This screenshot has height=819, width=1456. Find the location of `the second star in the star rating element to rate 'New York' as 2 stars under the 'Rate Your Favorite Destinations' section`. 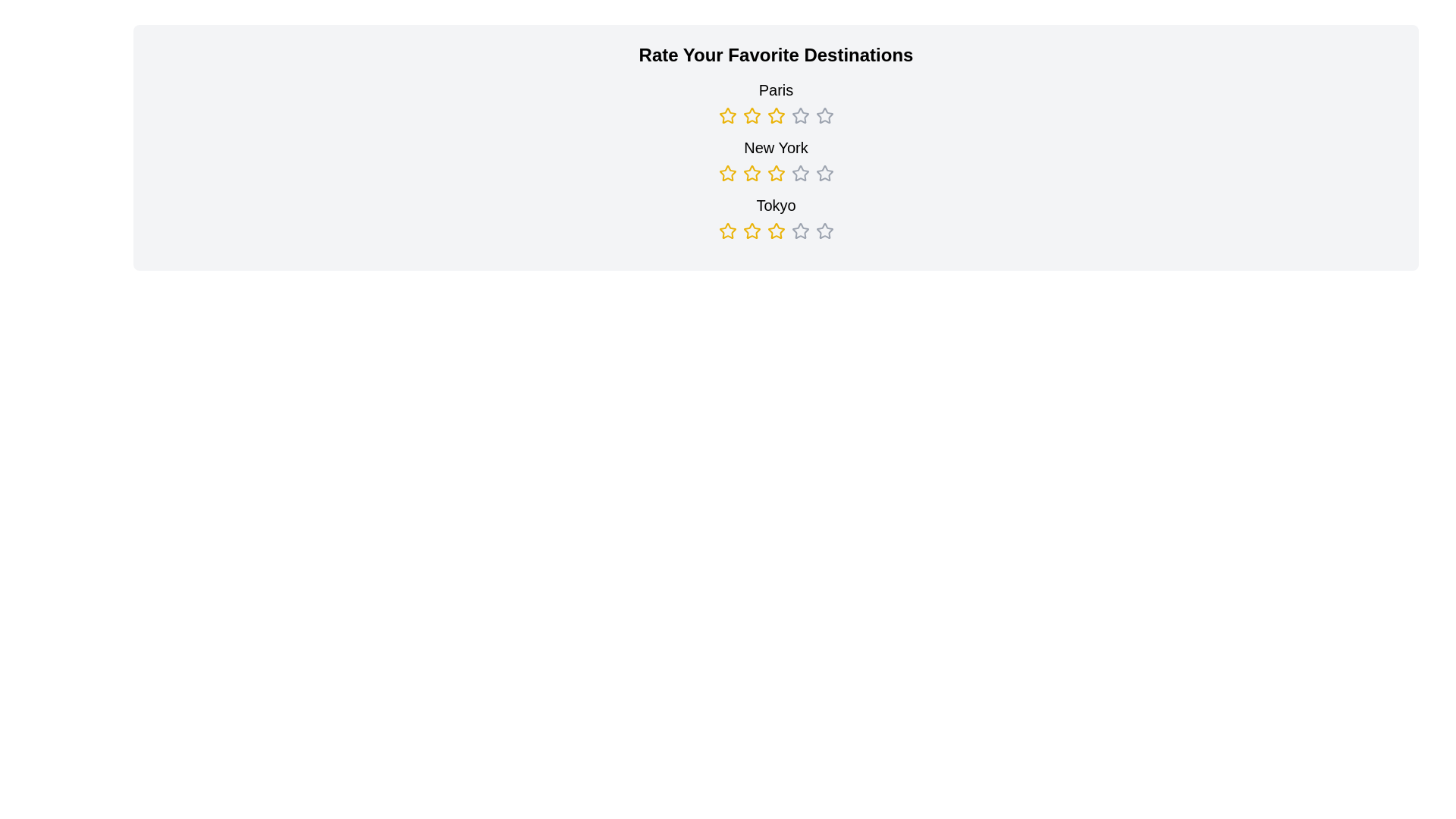

the second star in the star rating element to rate 'New York' as 2 stars under the 'Rate Your Favorite Destinations' section is located at coordinates (752, 172).